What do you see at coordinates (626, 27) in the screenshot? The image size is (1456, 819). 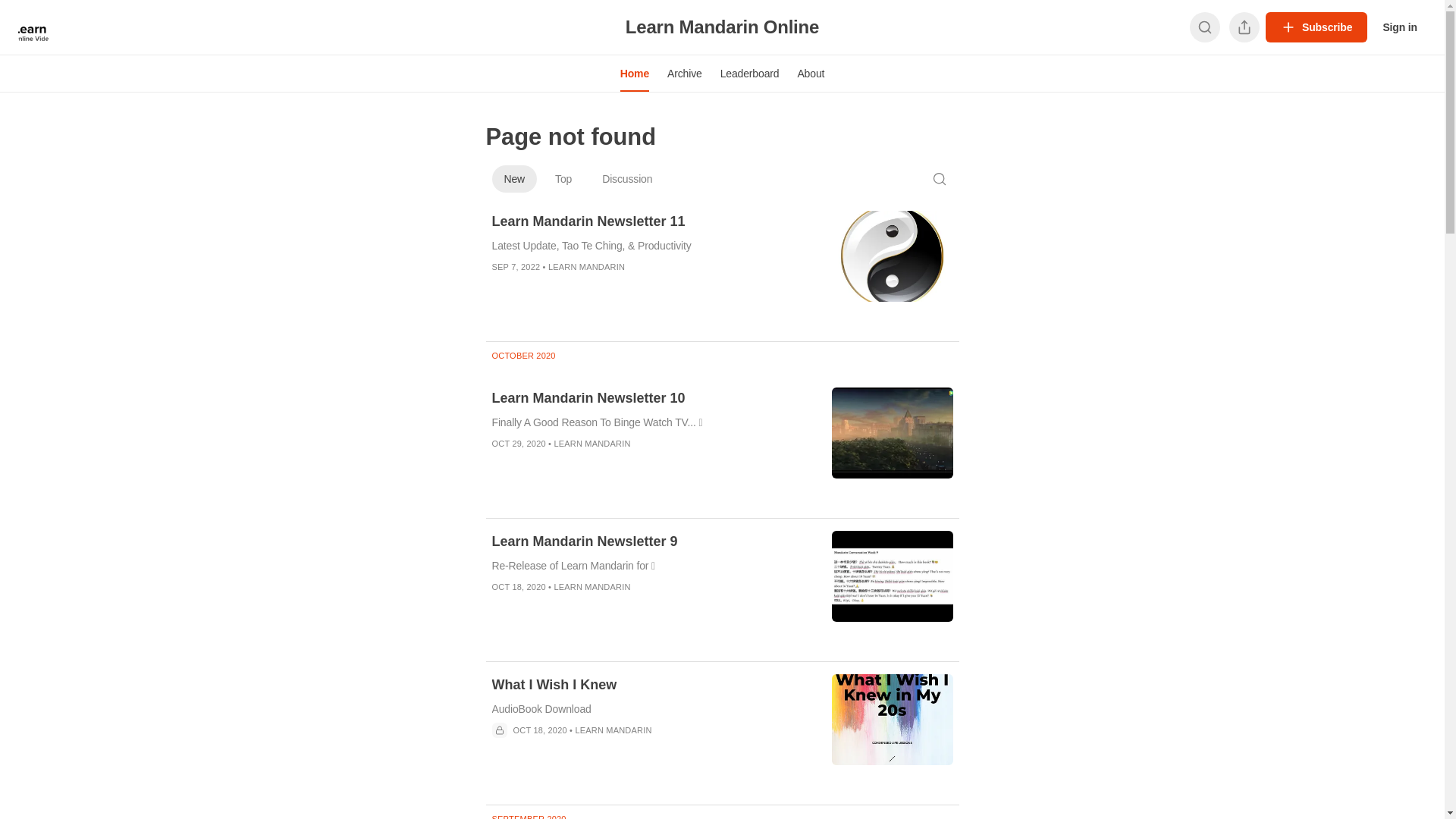 I see `'Learn Mandarin Online'` at bounding box center [626, 27].